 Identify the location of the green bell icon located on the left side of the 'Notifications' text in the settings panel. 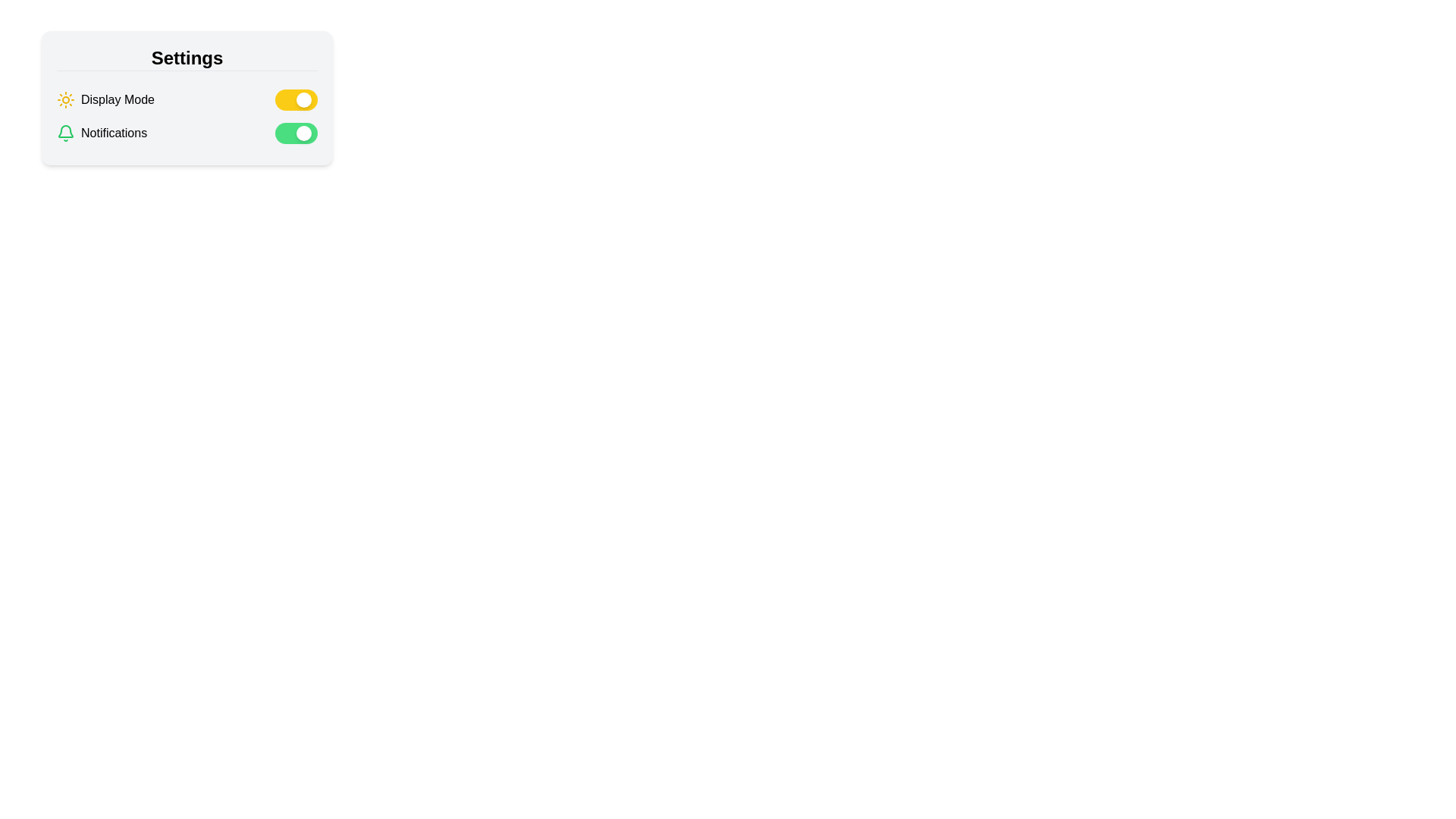
(64, 133).